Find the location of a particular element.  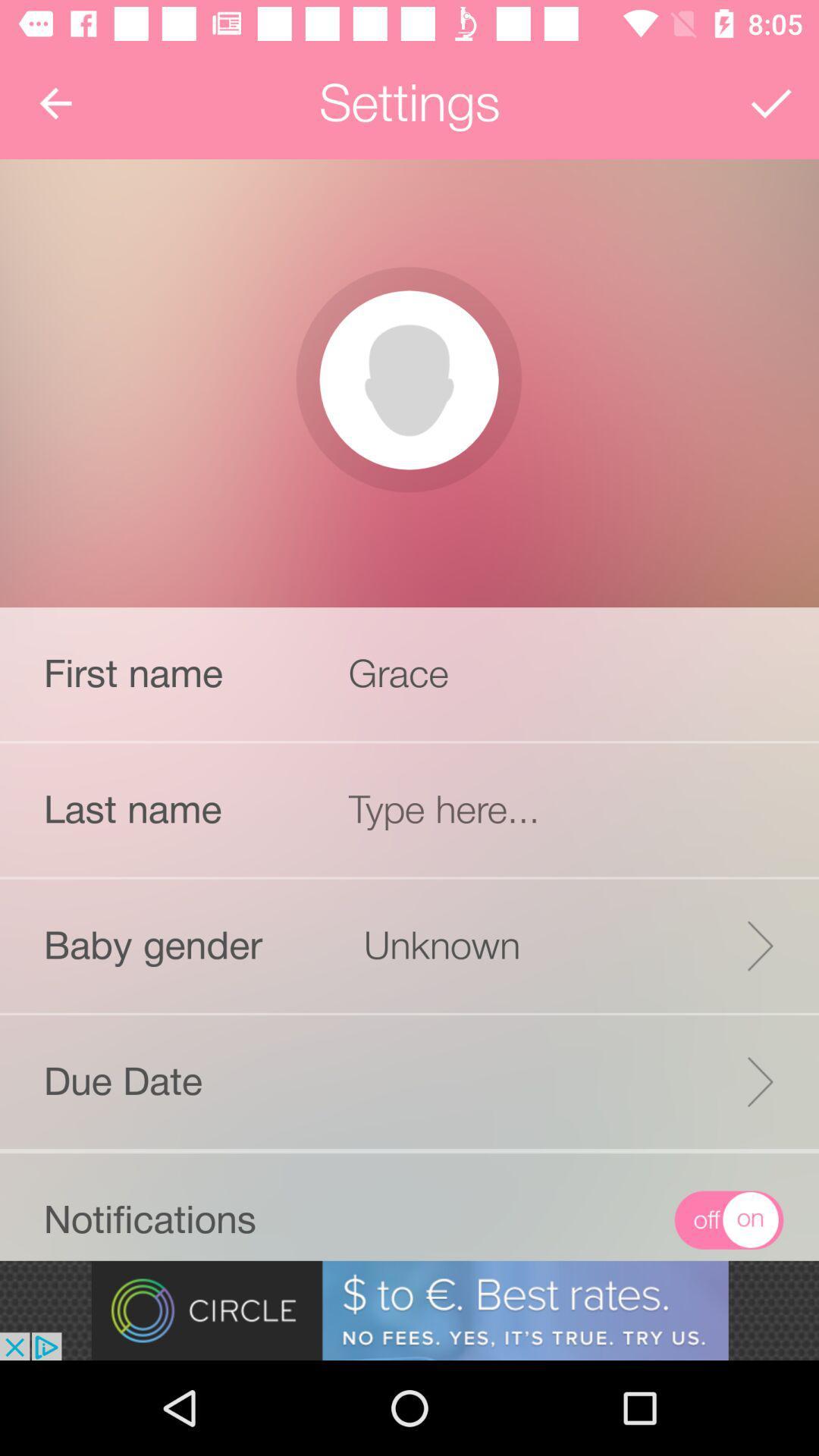

text is located at coordinates (566, 808).